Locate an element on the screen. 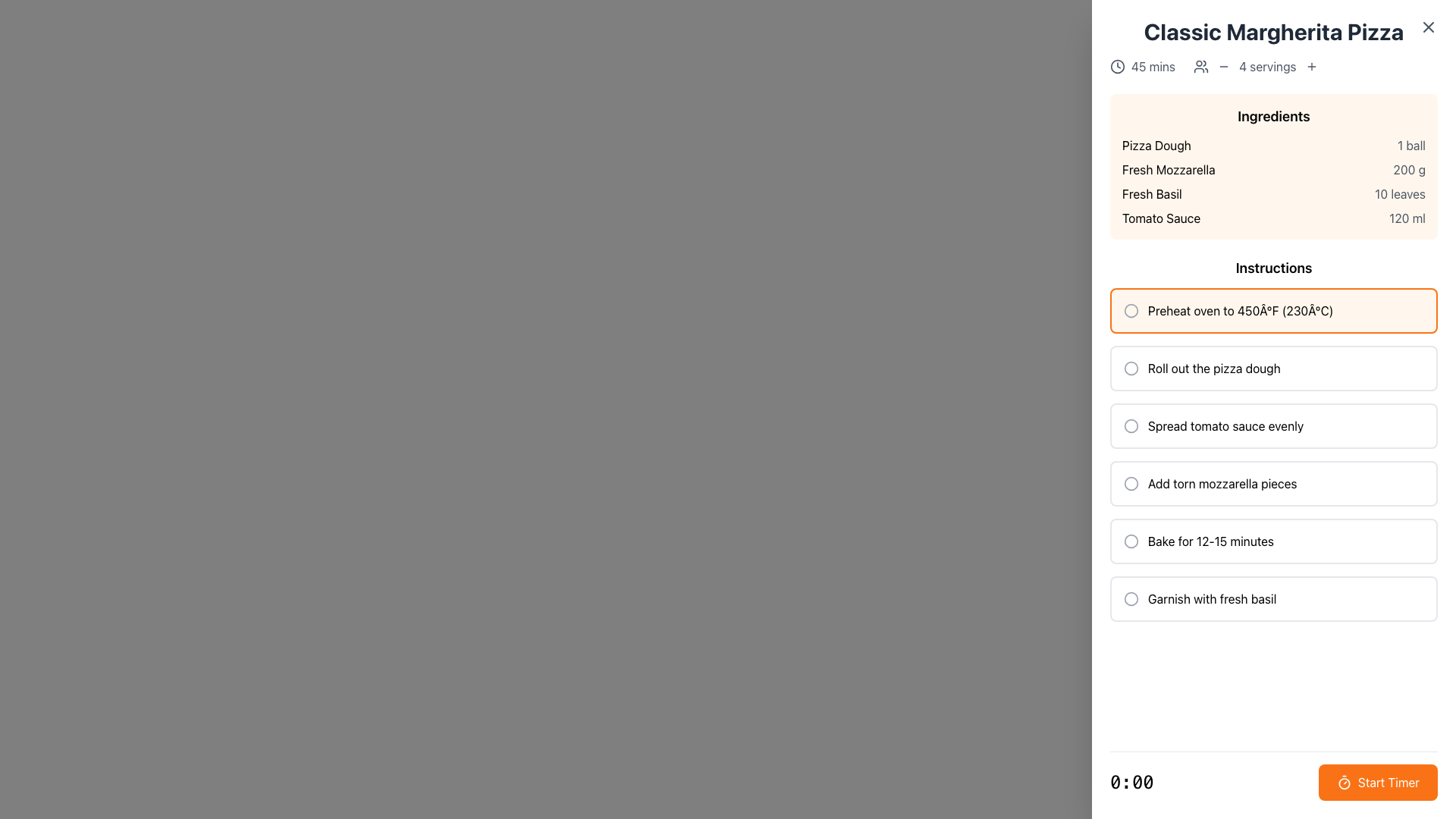  the second item in the 'Instructions' section of the recipe list that represents the instruction to roll out the pizza dough is located at coordinates (1274, 369).